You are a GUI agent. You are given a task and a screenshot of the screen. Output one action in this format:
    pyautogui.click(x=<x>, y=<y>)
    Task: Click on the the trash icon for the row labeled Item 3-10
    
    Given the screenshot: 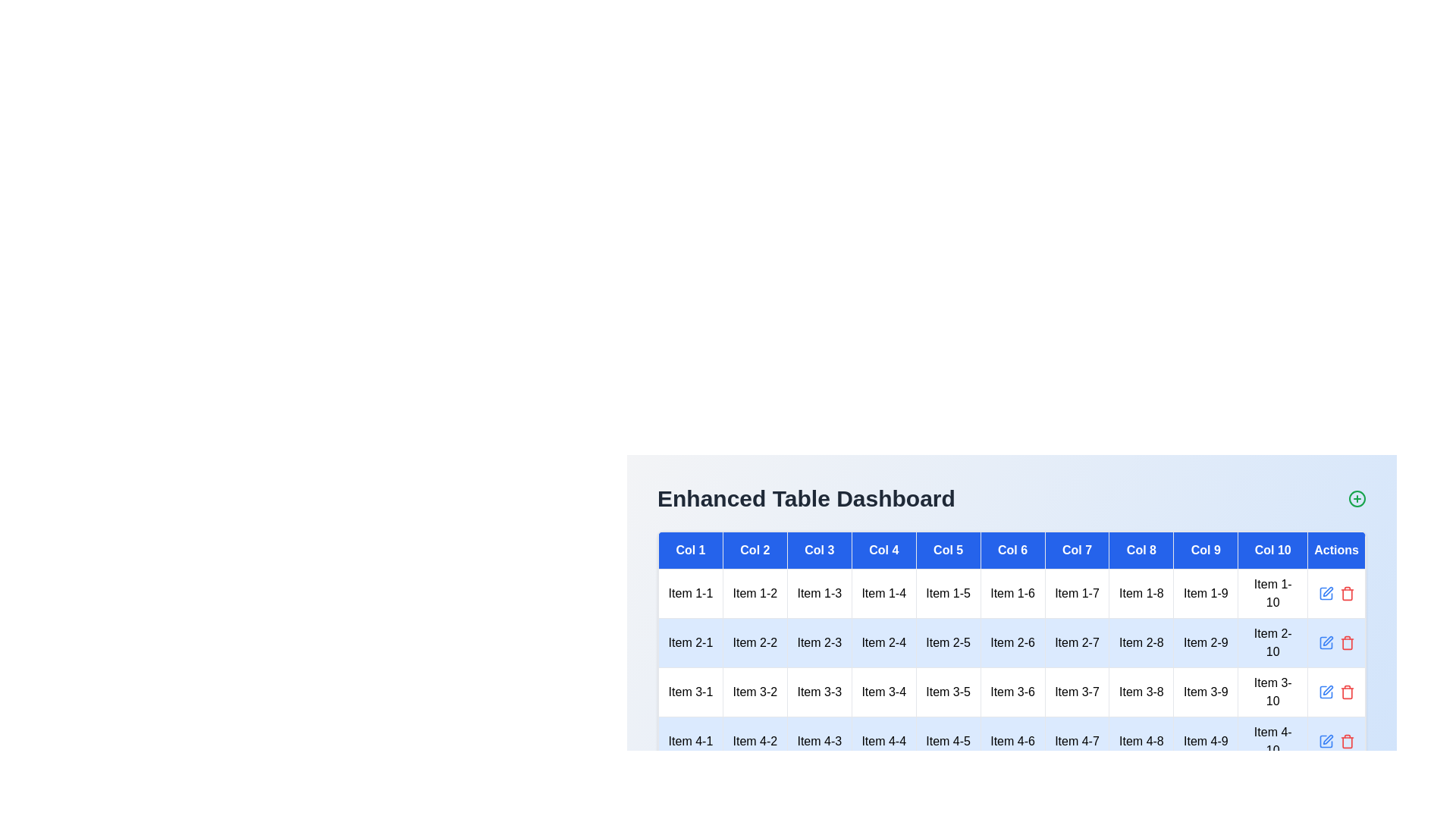 What is the action you would take?
    pyautogui.click(x=1347, y=692)
    